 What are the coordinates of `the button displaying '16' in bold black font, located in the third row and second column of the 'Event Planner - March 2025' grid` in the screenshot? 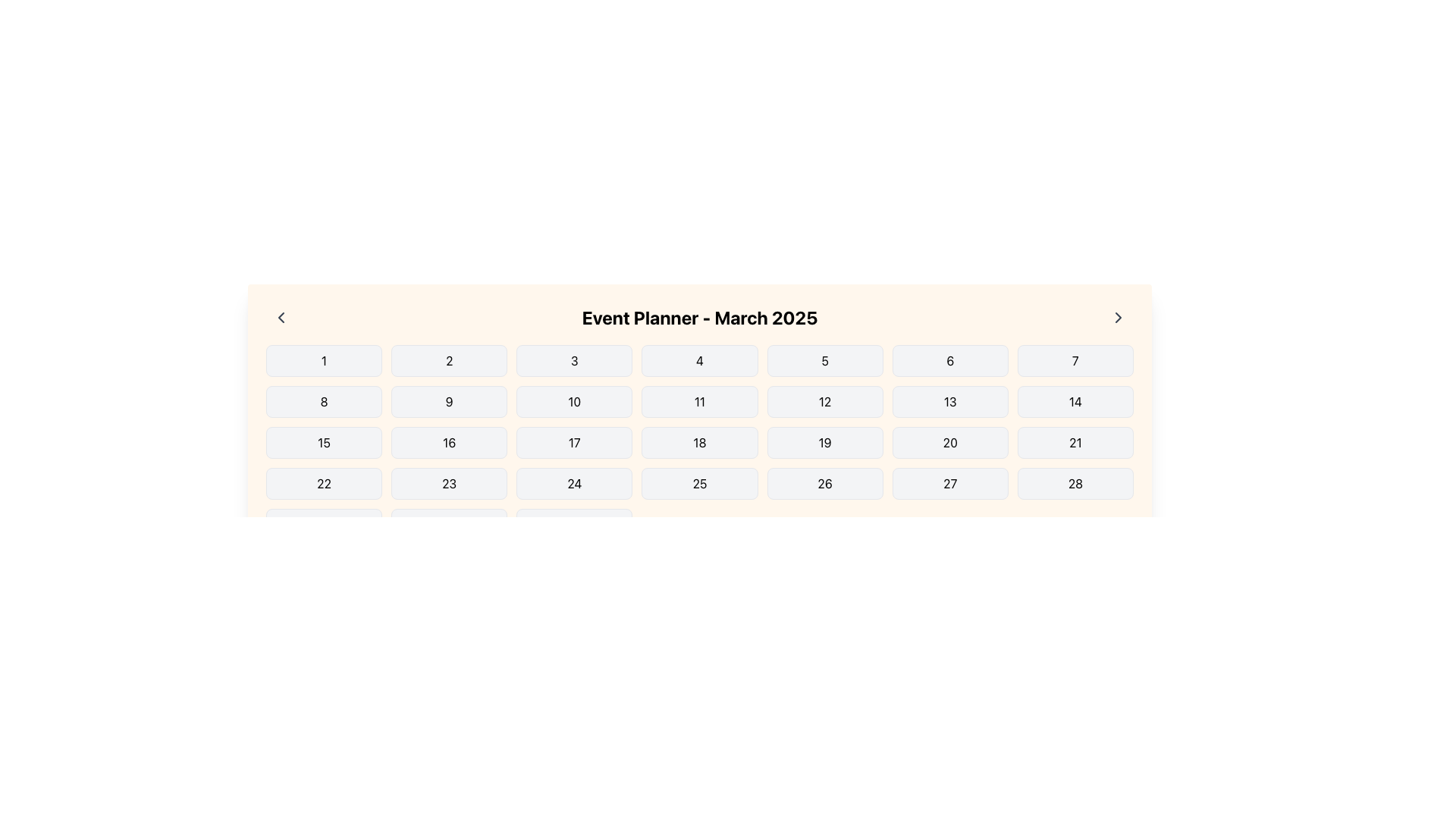 It's located at (448, 442).